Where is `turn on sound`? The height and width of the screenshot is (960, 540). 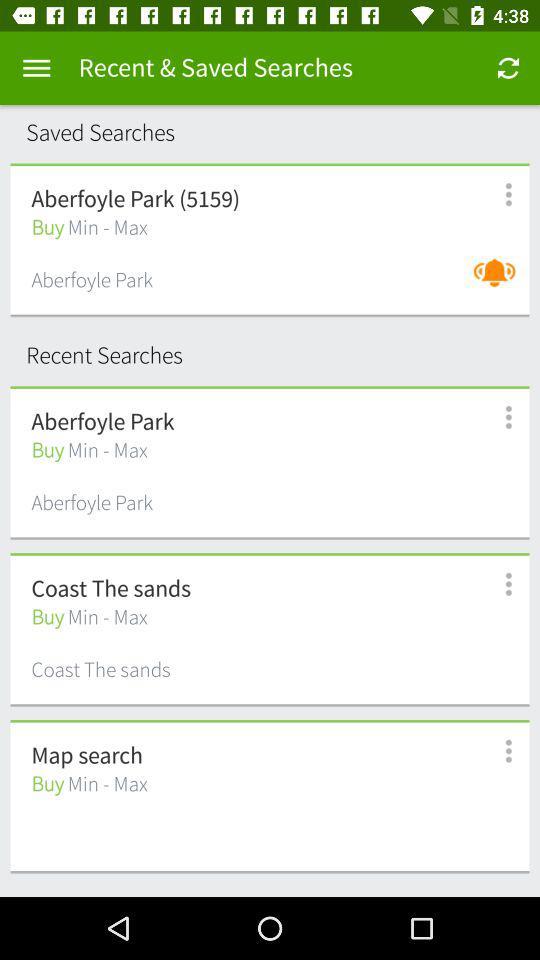 turn on sound is located at coordinates (498, 282).